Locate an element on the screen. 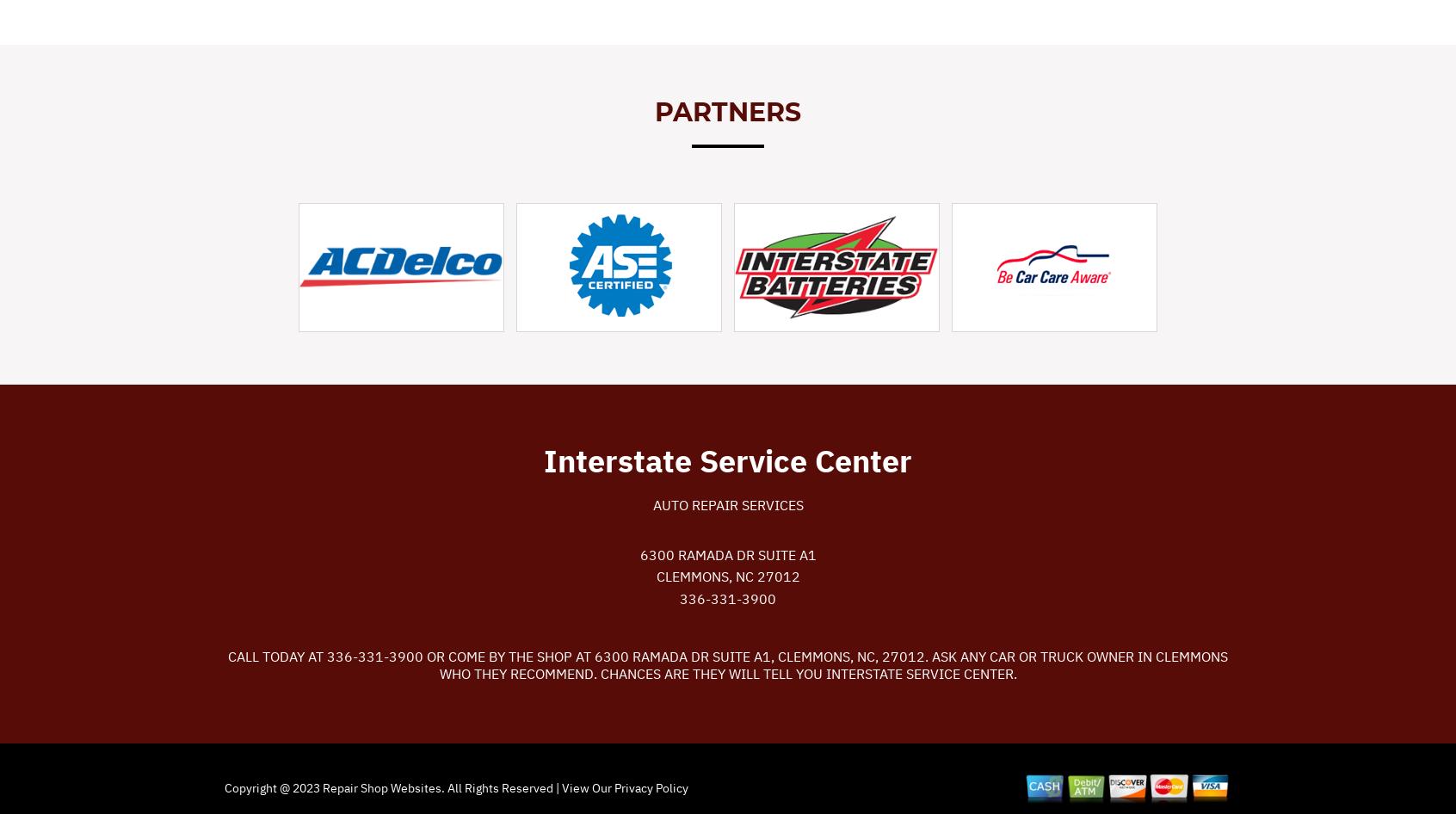 The height and width of the screenshot is (814, 1456). '2023' is located at coordinates (305, 786).